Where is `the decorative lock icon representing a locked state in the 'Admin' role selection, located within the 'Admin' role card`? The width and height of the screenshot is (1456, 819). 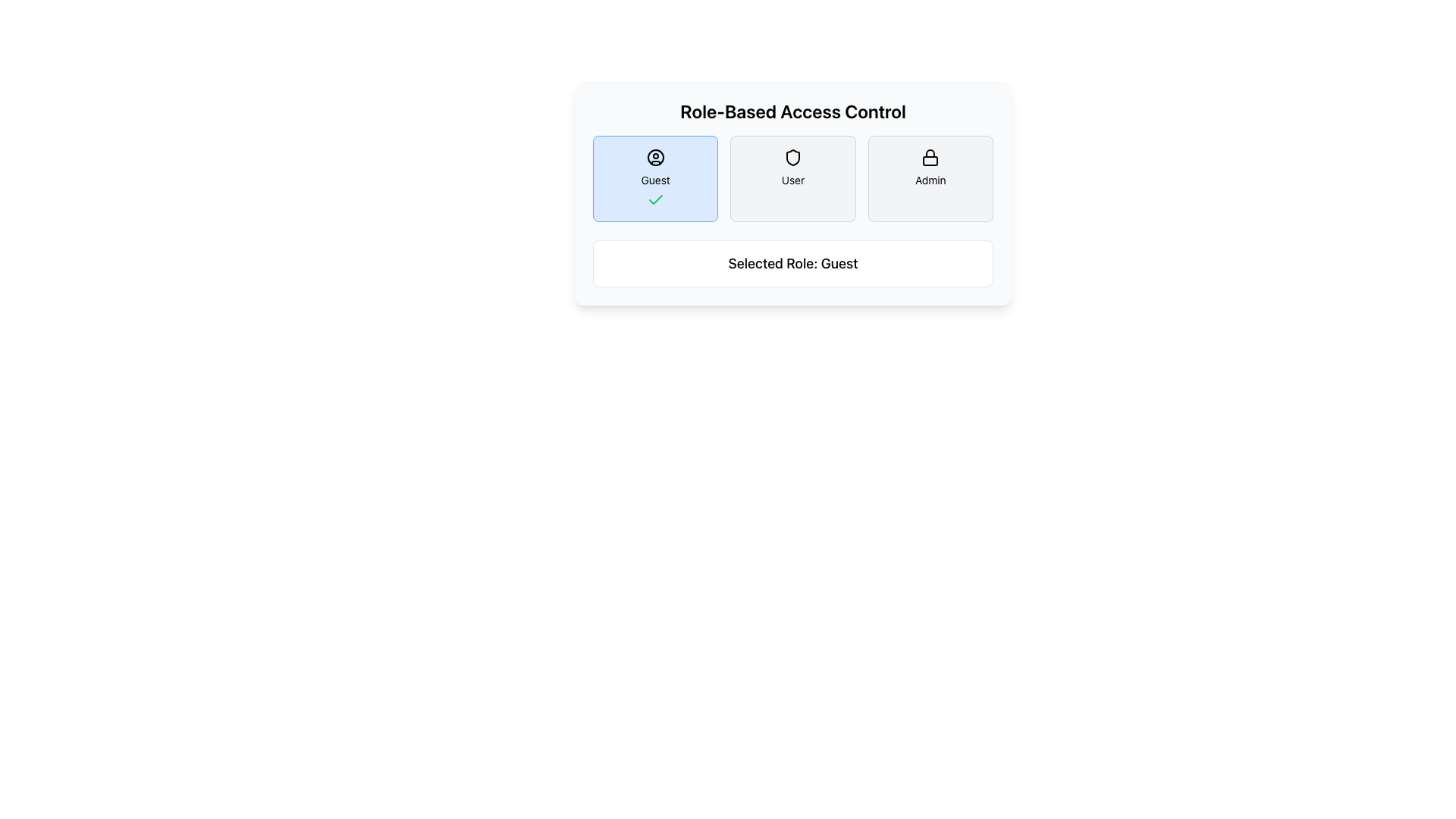
the decorative lock icon representing a locked state in the 'Admin' role selection, located within the 'Admin' role card is located at coordinates (930, 161).